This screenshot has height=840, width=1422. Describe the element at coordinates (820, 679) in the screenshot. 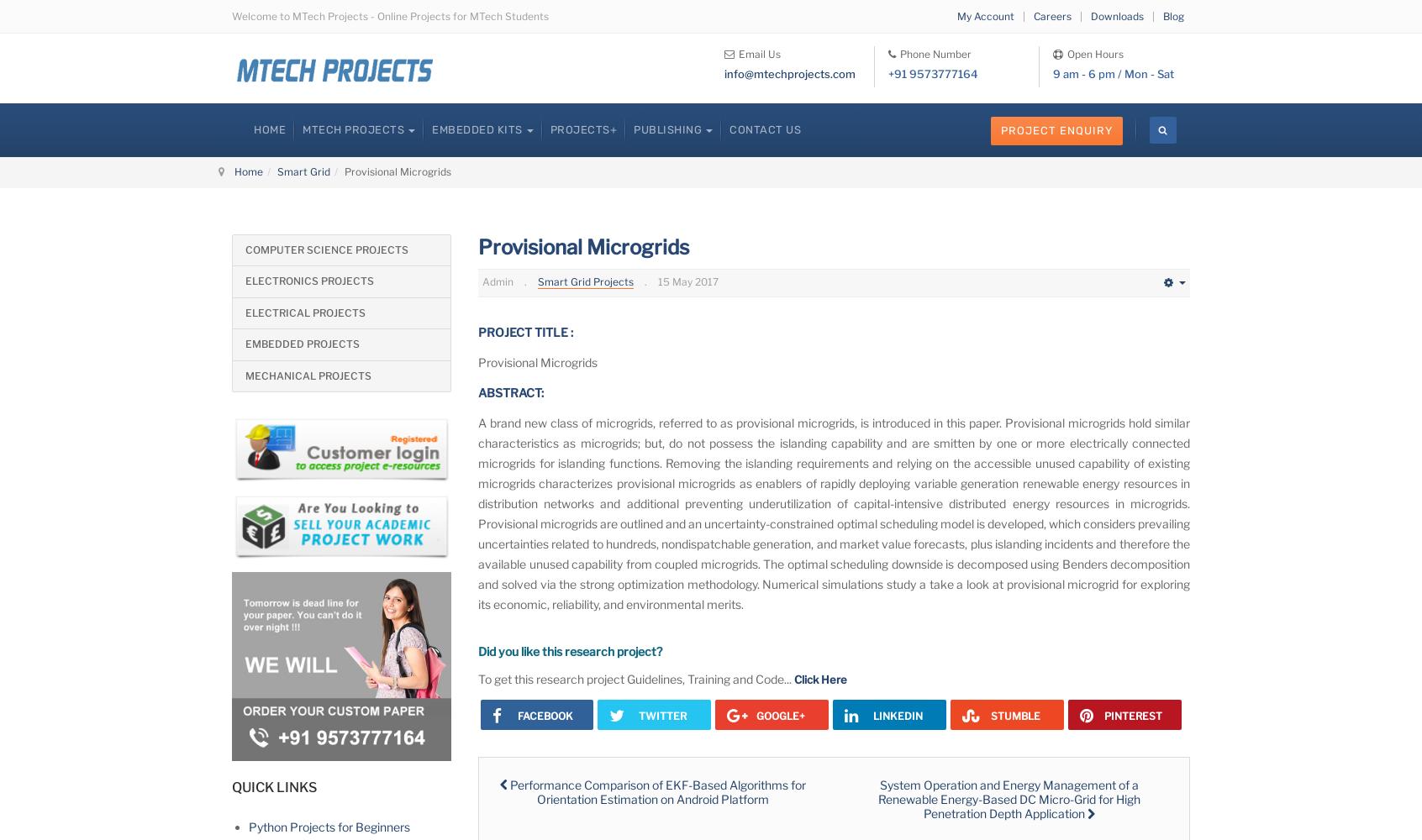

I see `'Click Here'` at that location.